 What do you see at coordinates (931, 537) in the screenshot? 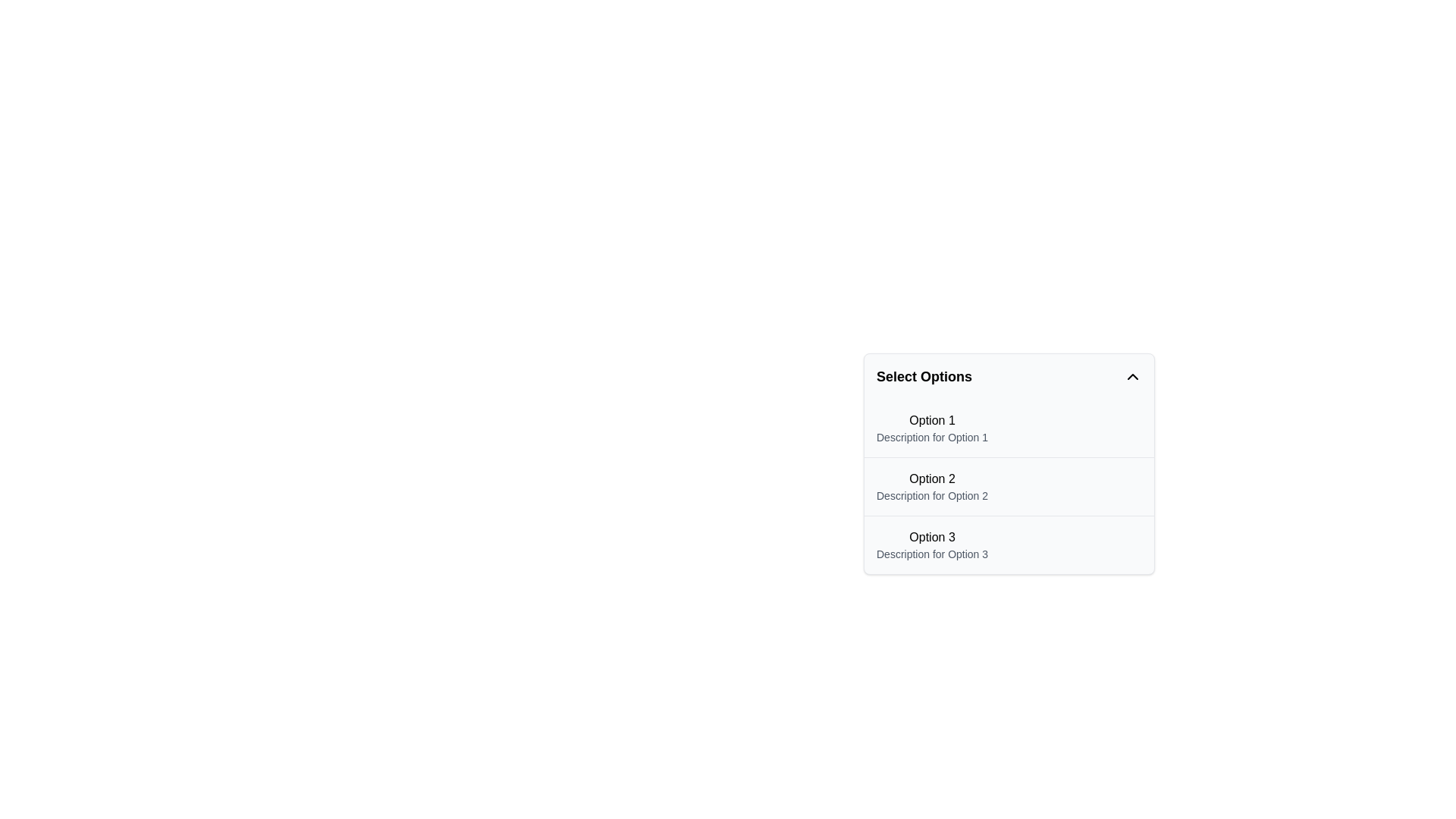
I see `the label displaying 'Option 3', which is located under the heading 'Select Options' and is the label for the third option in a vertically stacked list` at bounding box center [931, 537].